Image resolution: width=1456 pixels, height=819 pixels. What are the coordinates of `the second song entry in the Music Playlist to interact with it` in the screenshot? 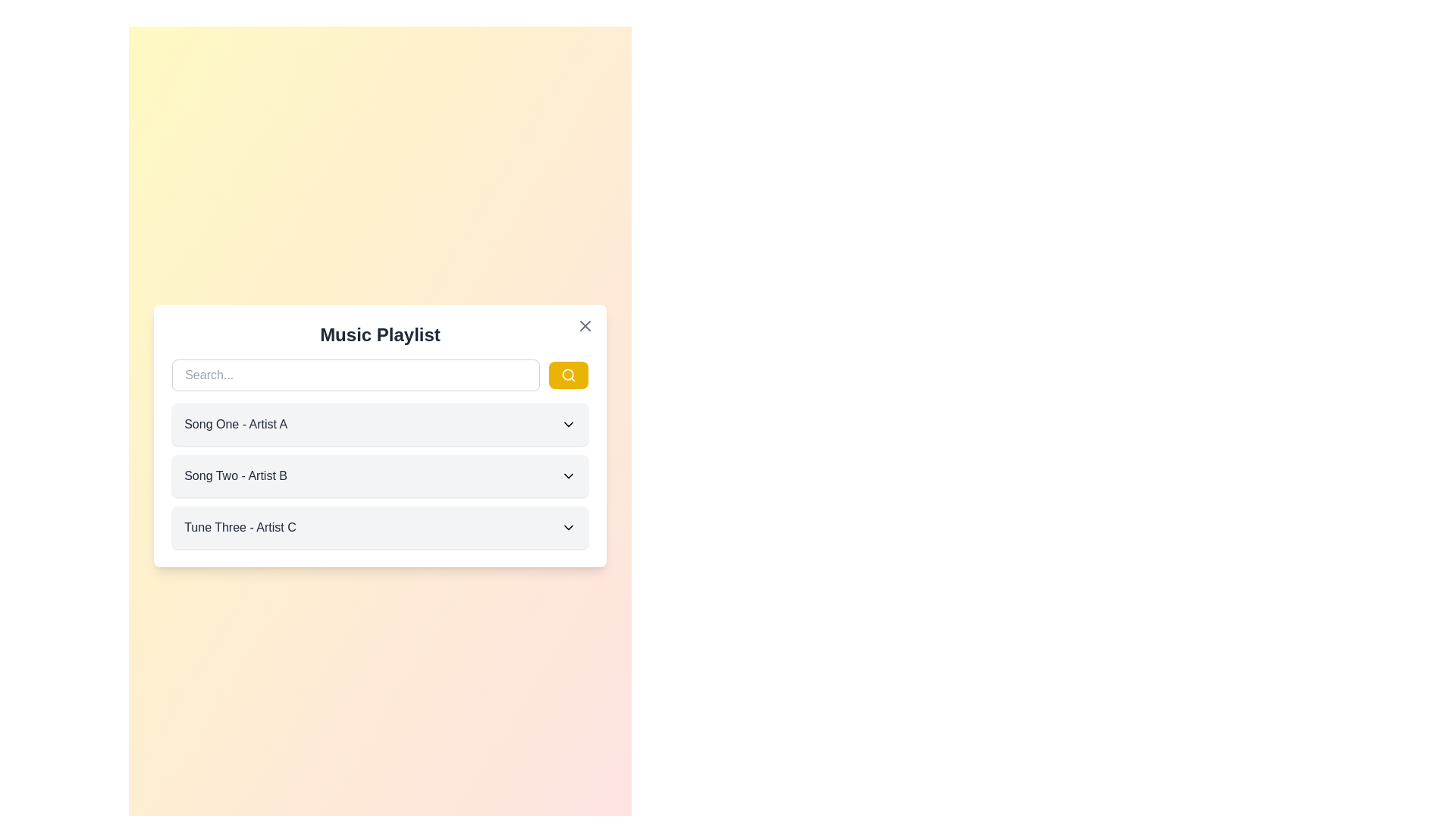 It's located at (380, 475).